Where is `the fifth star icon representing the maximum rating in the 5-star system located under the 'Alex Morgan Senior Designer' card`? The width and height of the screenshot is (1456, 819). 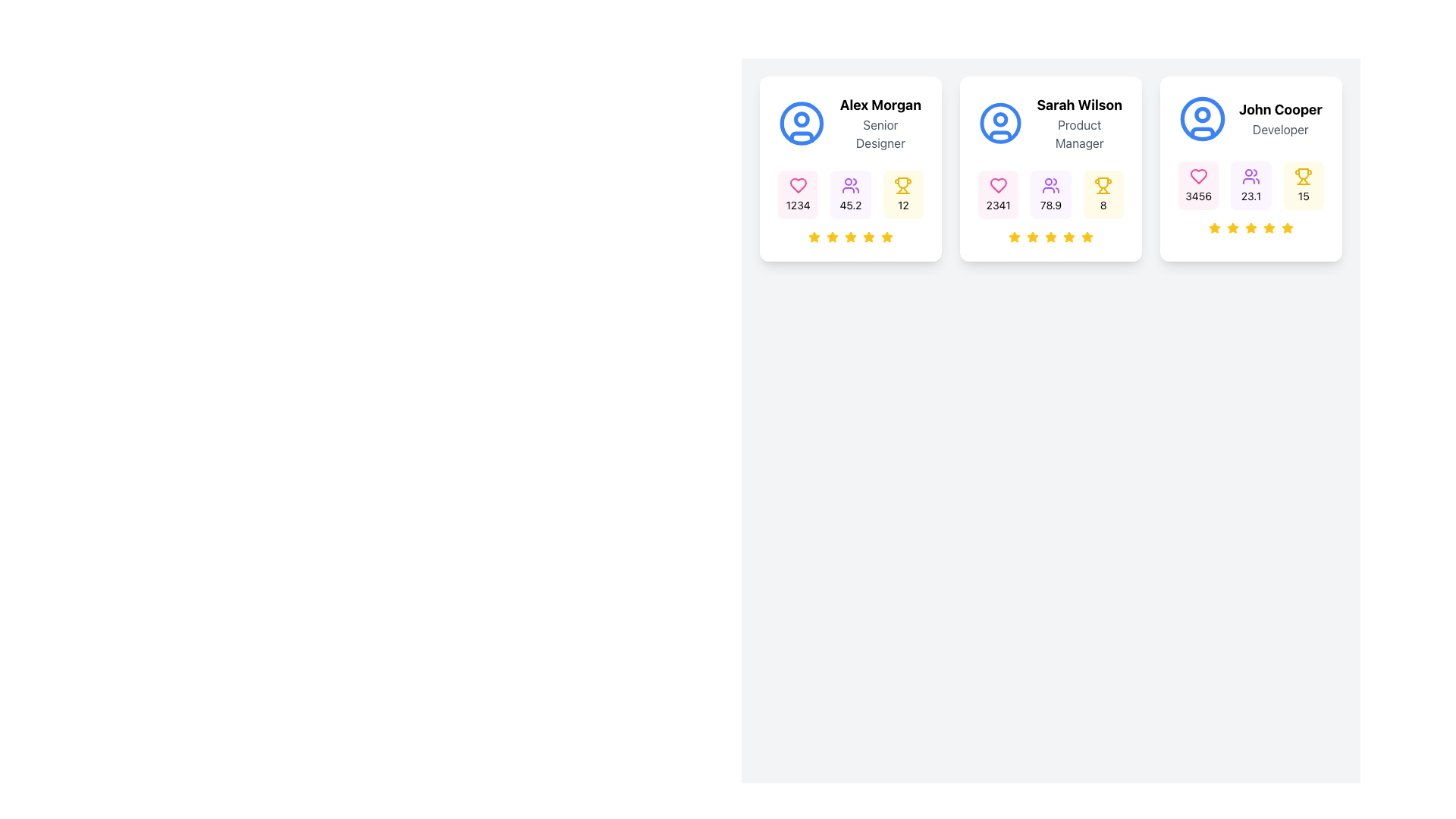
the fifth star icon representing the maximum rating in the 5-star system located under the 'Alex Morgan Senior Designer' card is located at coordinates (887, 237).